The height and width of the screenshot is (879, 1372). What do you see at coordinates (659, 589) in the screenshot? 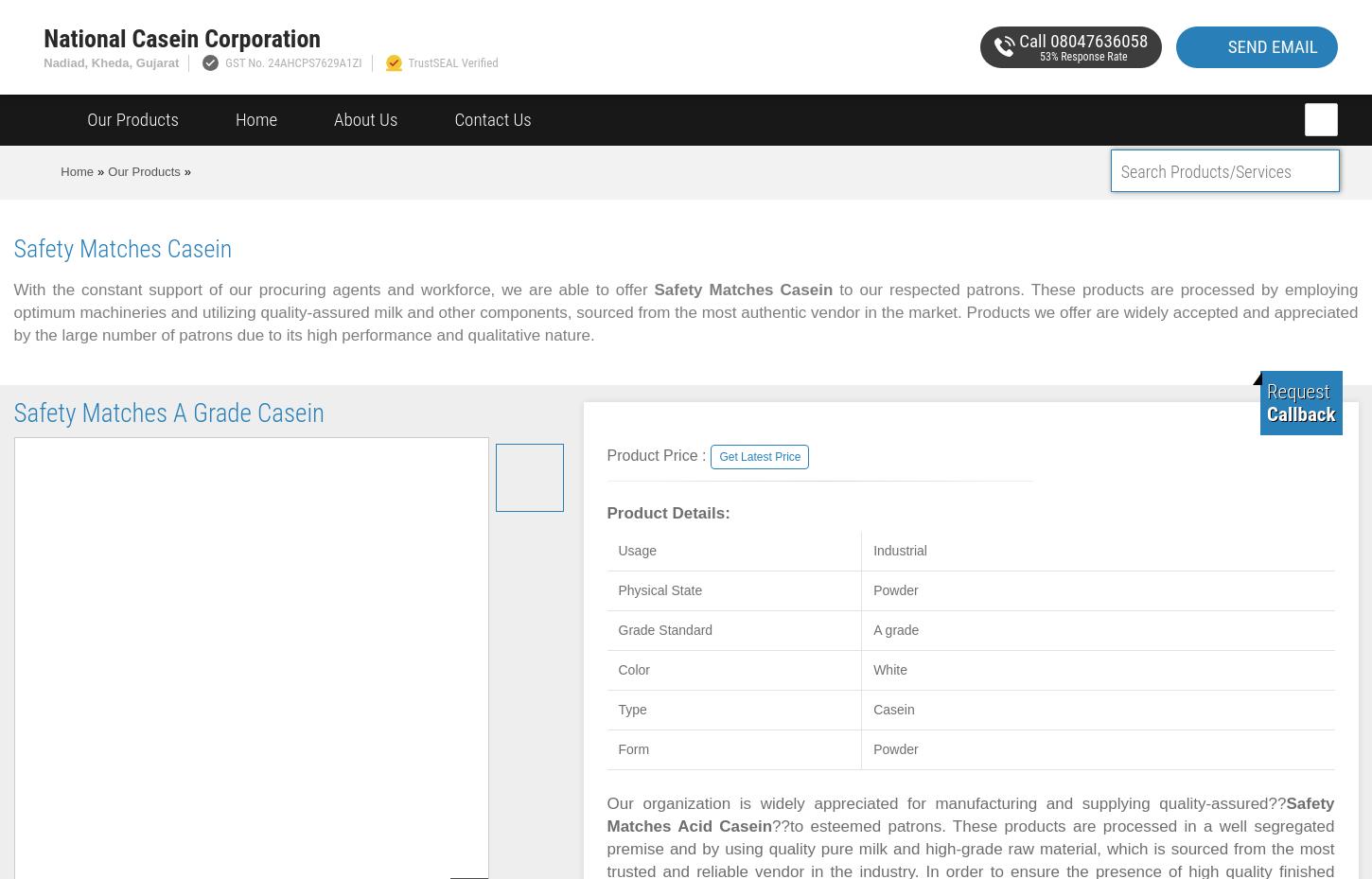
I see `'Physical State'` at bounding box center [659, 589].